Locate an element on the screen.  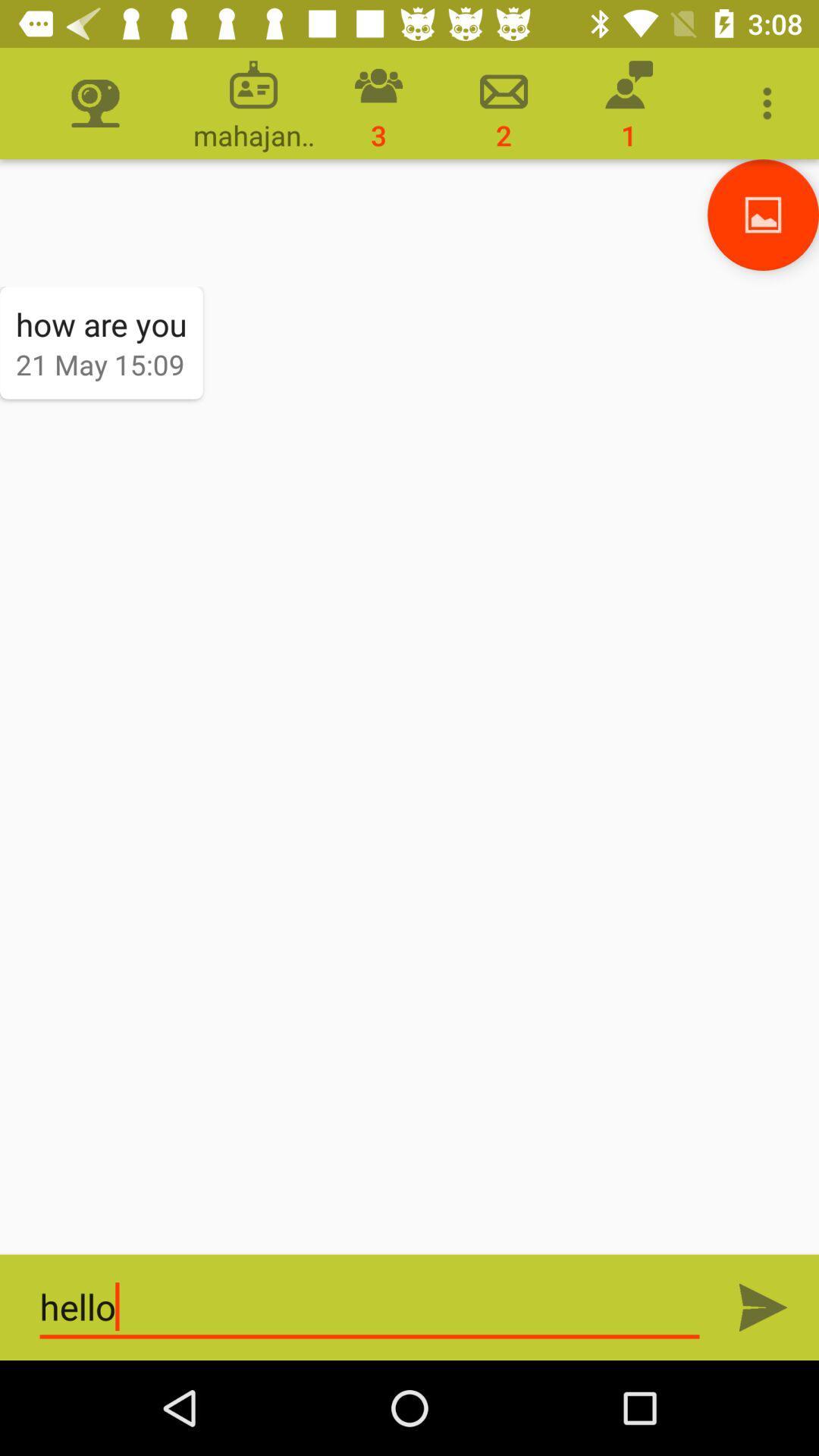
galery is located at coordinates (763, 214).